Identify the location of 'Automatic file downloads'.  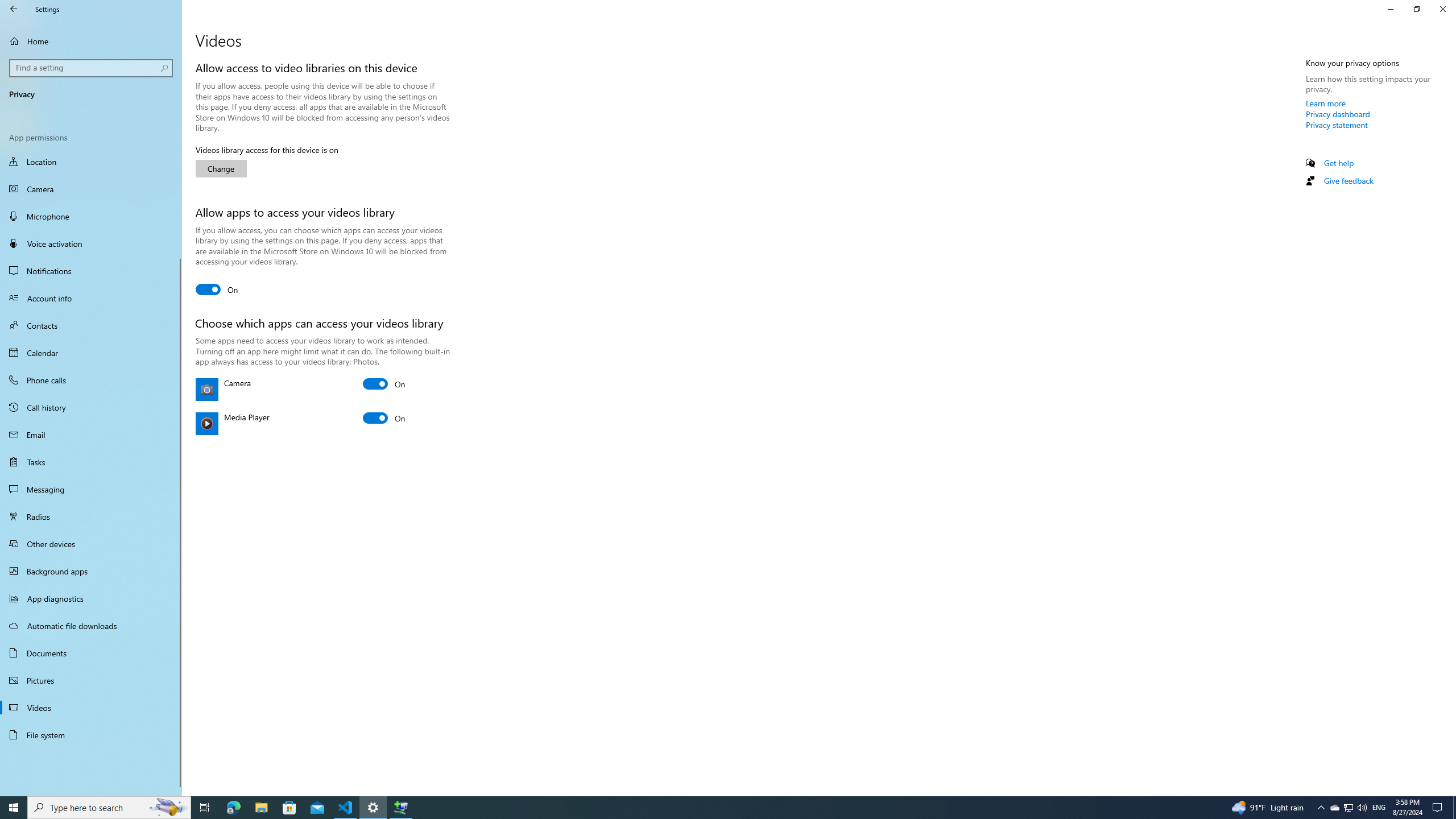
(90, 625).